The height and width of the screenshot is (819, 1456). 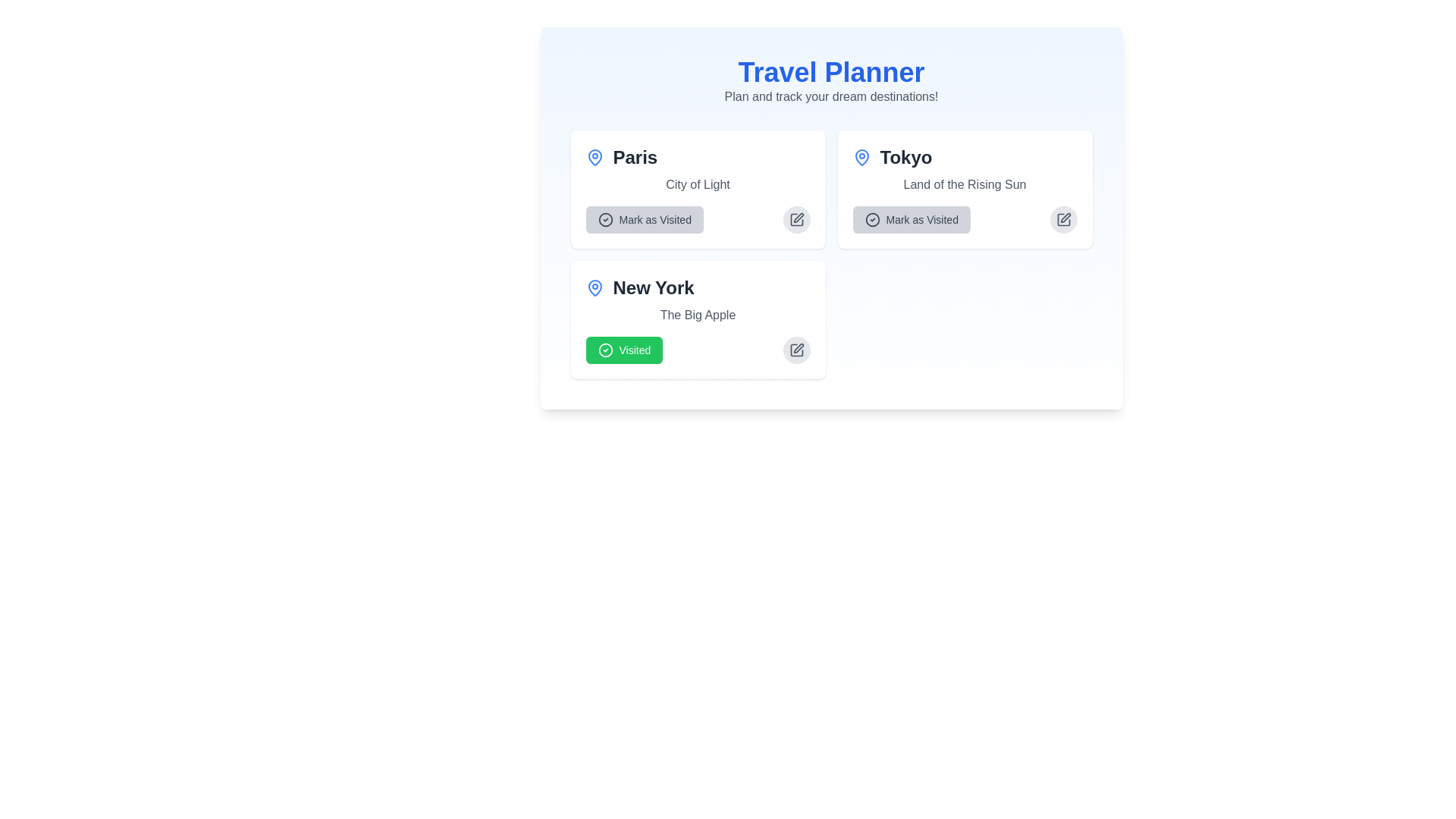 I want to click on the button located in the bottom-right corner of the 'New York' destination card, so click(x=795, y=350).